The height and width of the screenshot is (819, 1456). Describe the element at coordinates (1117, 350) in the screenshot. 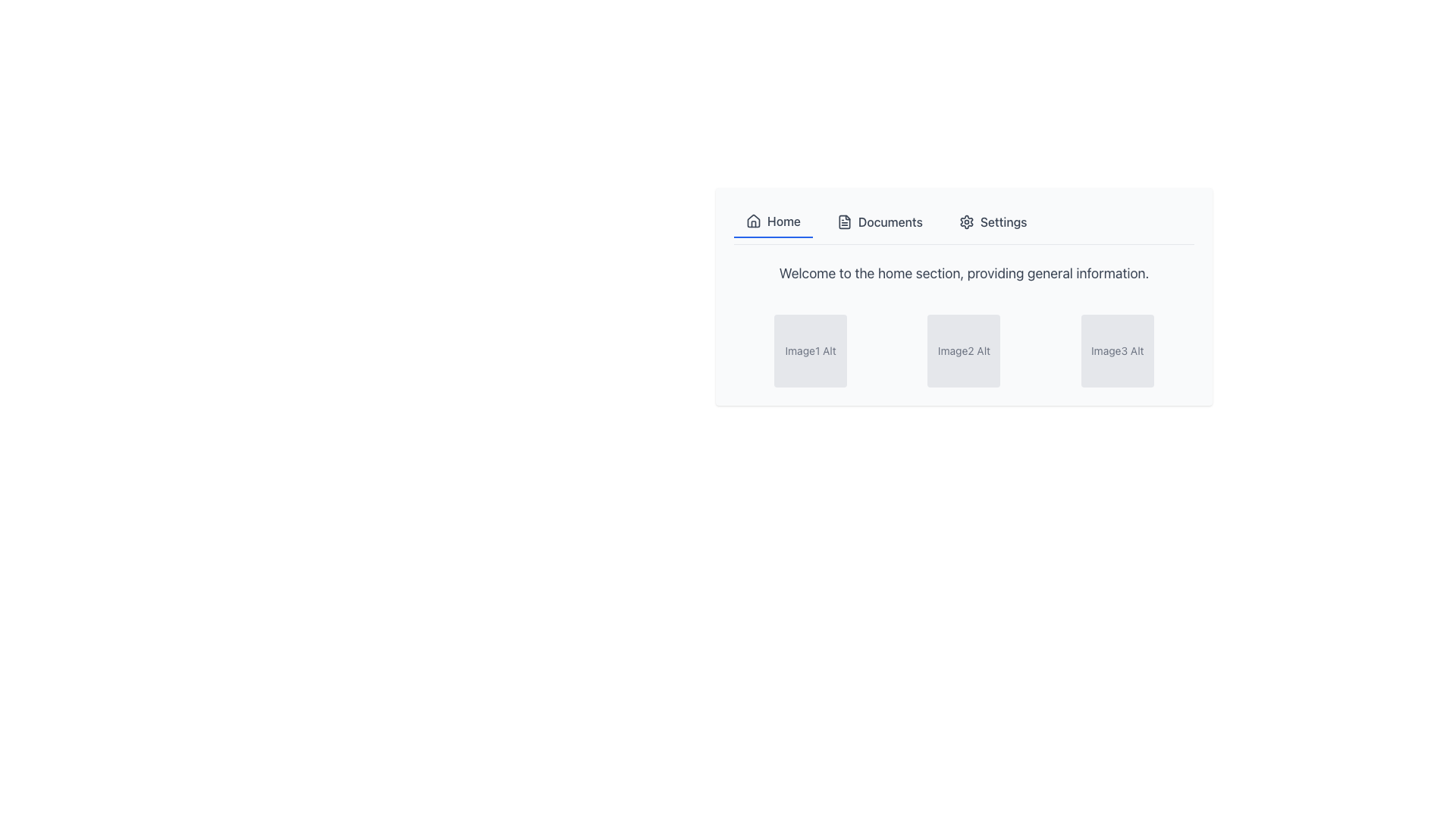

I see `text 'Image3 Alt' from the third light gray rounded square Placeholder located towards the bottom-right area of the main content section` at that location.